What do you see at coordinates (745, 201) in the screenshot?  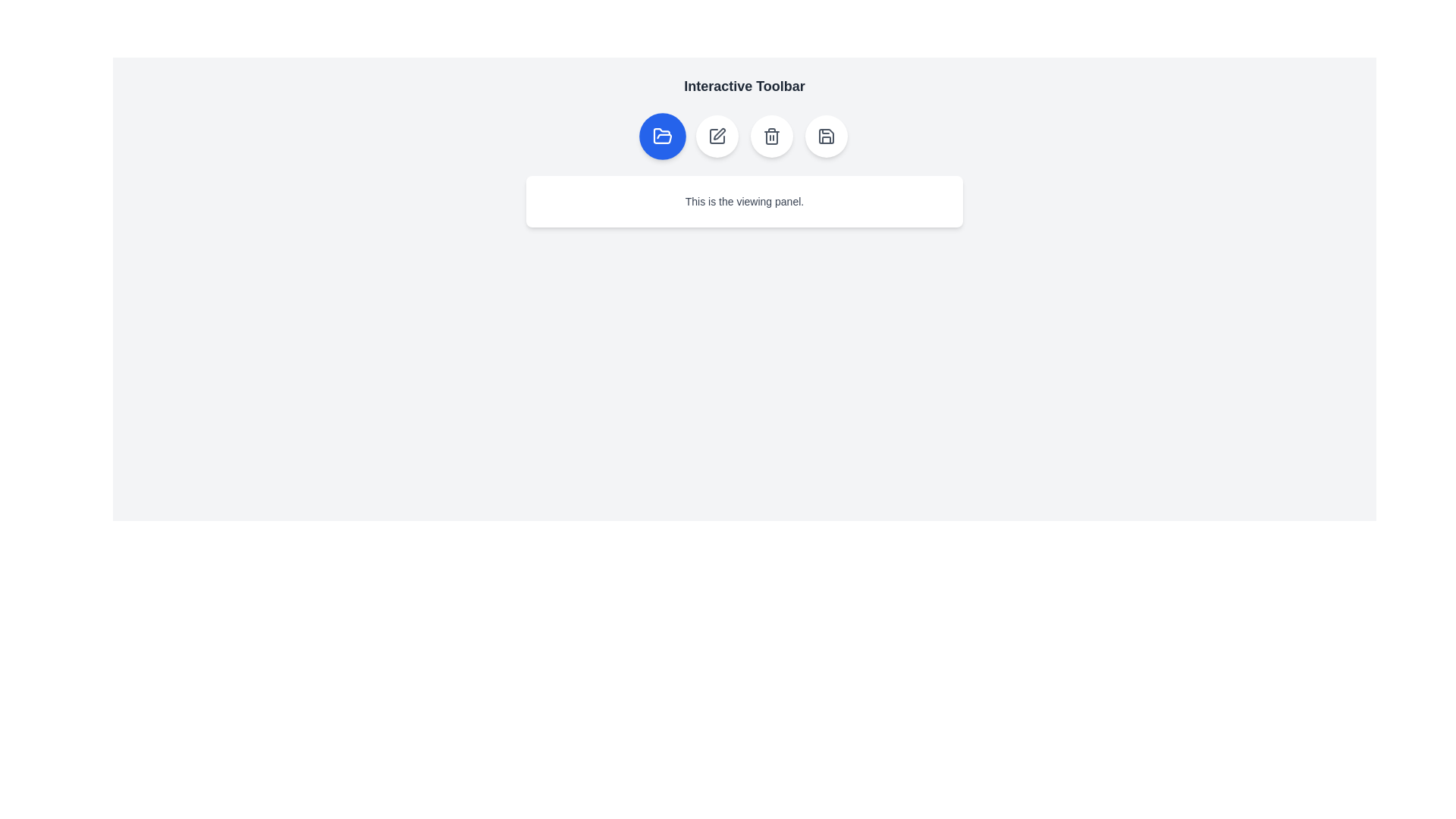 I see `the static text element displaying 'This is the viewing panel.' which is located in a centered white panel with rounded corners` at bounding box center [745, 201].